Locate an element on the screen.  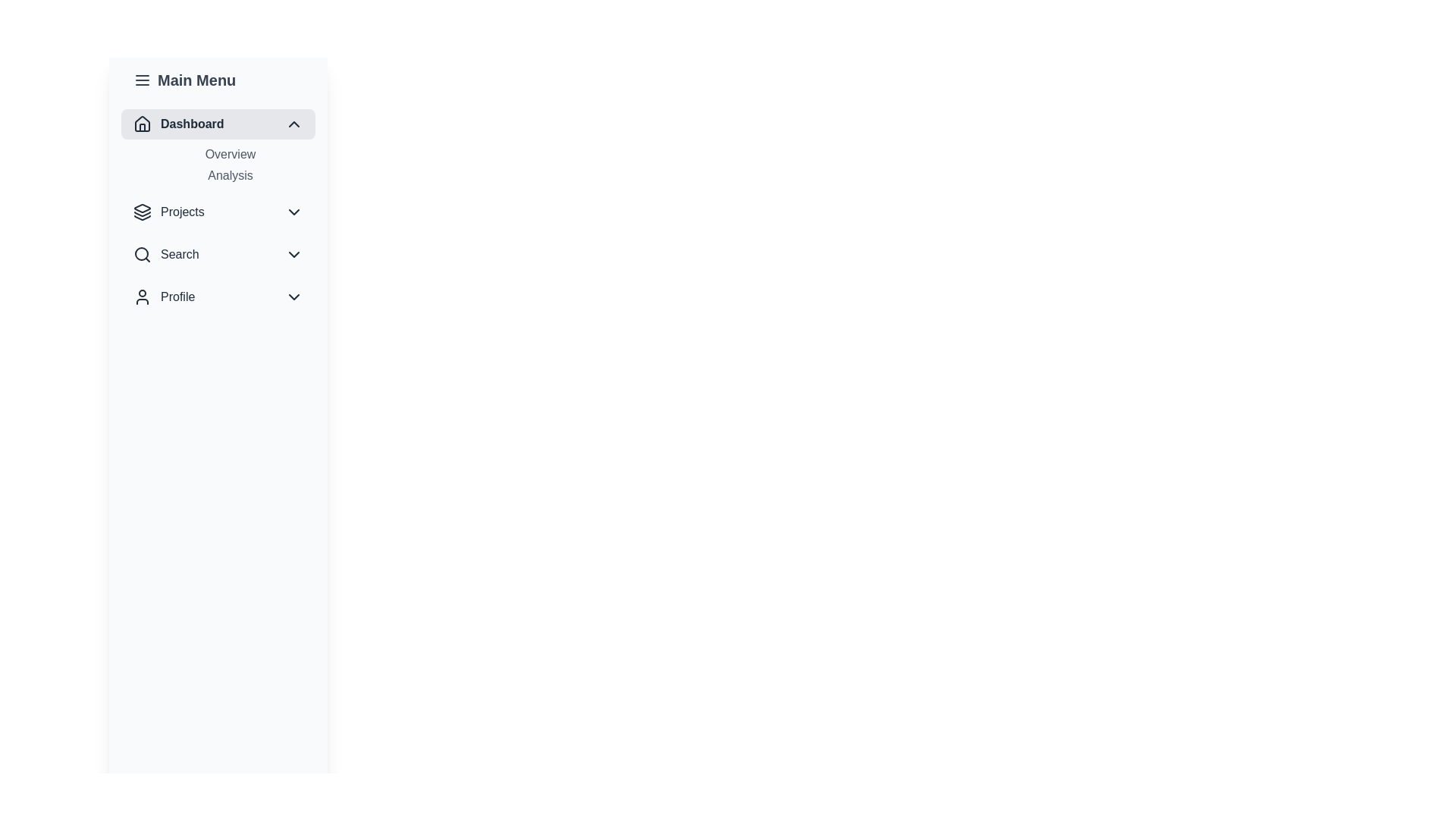
the chevron-down icon located to the far right of the 'Search' menu item is located at coordinates (294, 253).